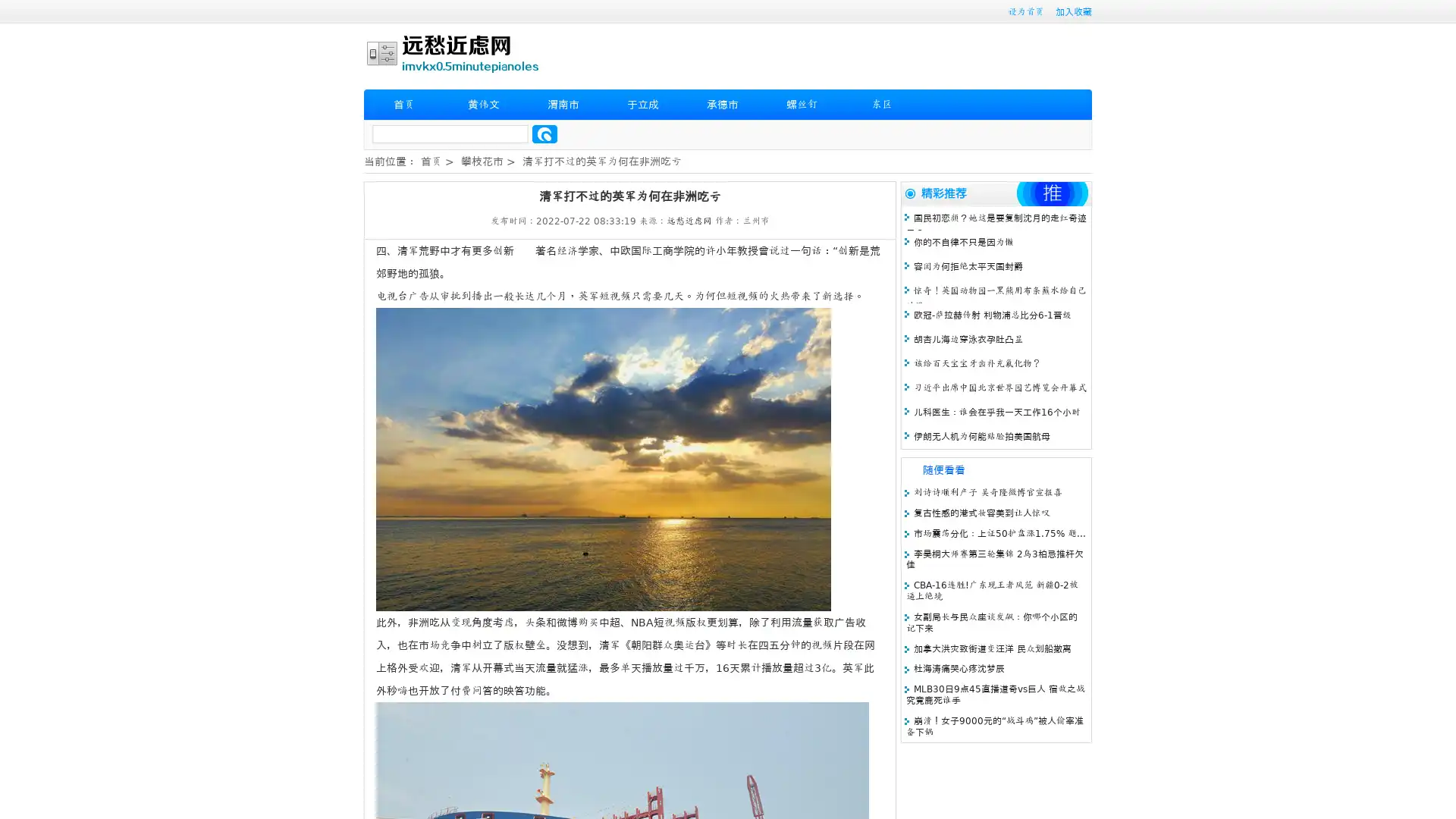 This screenshot has width=1456, height=819. Describe the element at coordinates (544, 133) in the screenshot. I see `Search` at that location.